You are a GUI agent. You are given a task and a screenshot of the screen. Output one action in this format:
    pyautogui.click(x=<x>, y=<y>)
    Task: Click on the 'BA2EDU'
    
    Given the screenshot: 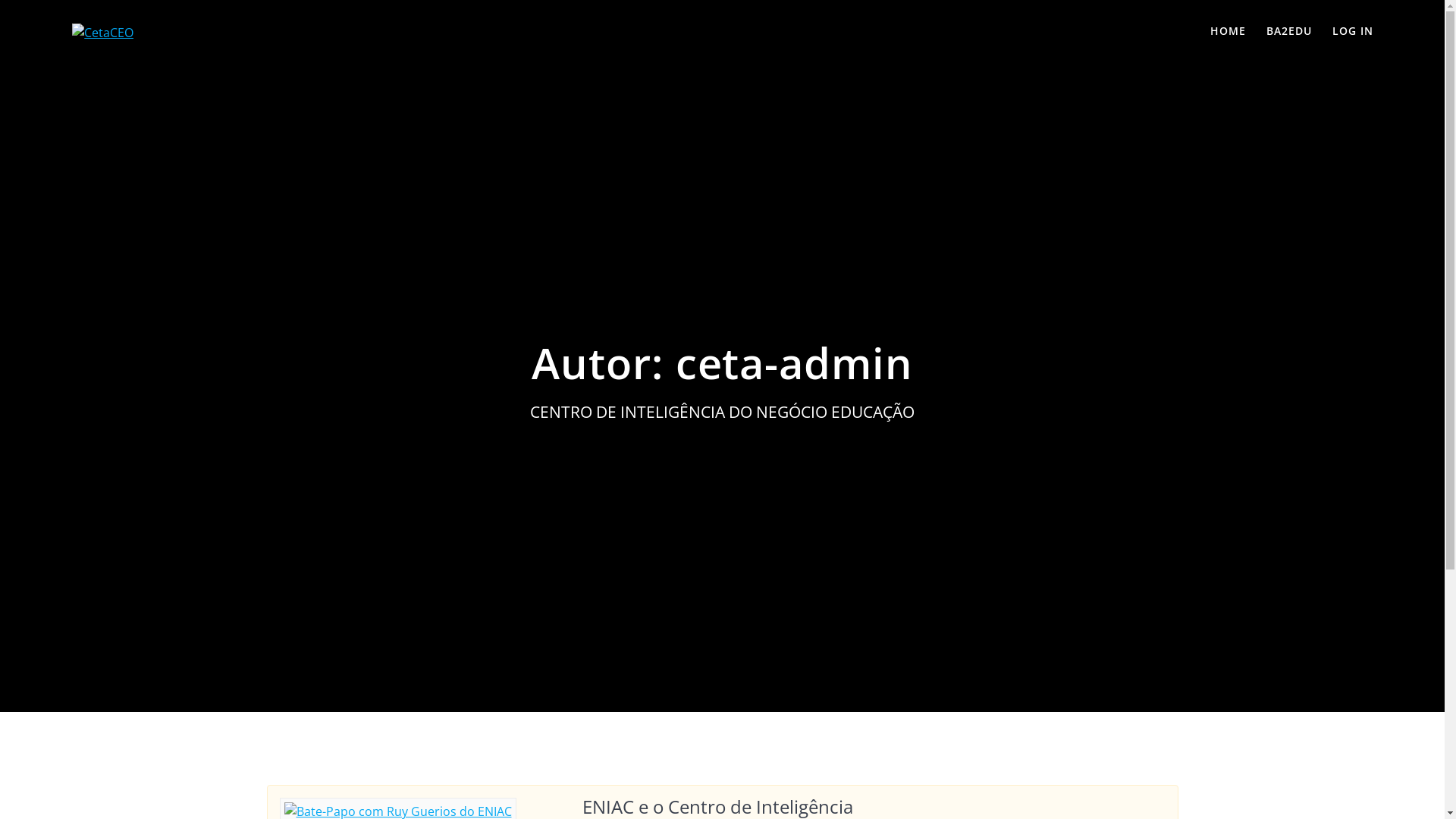 What is the action you would take?
    pyautogui.click(x=1288, y=32)
    